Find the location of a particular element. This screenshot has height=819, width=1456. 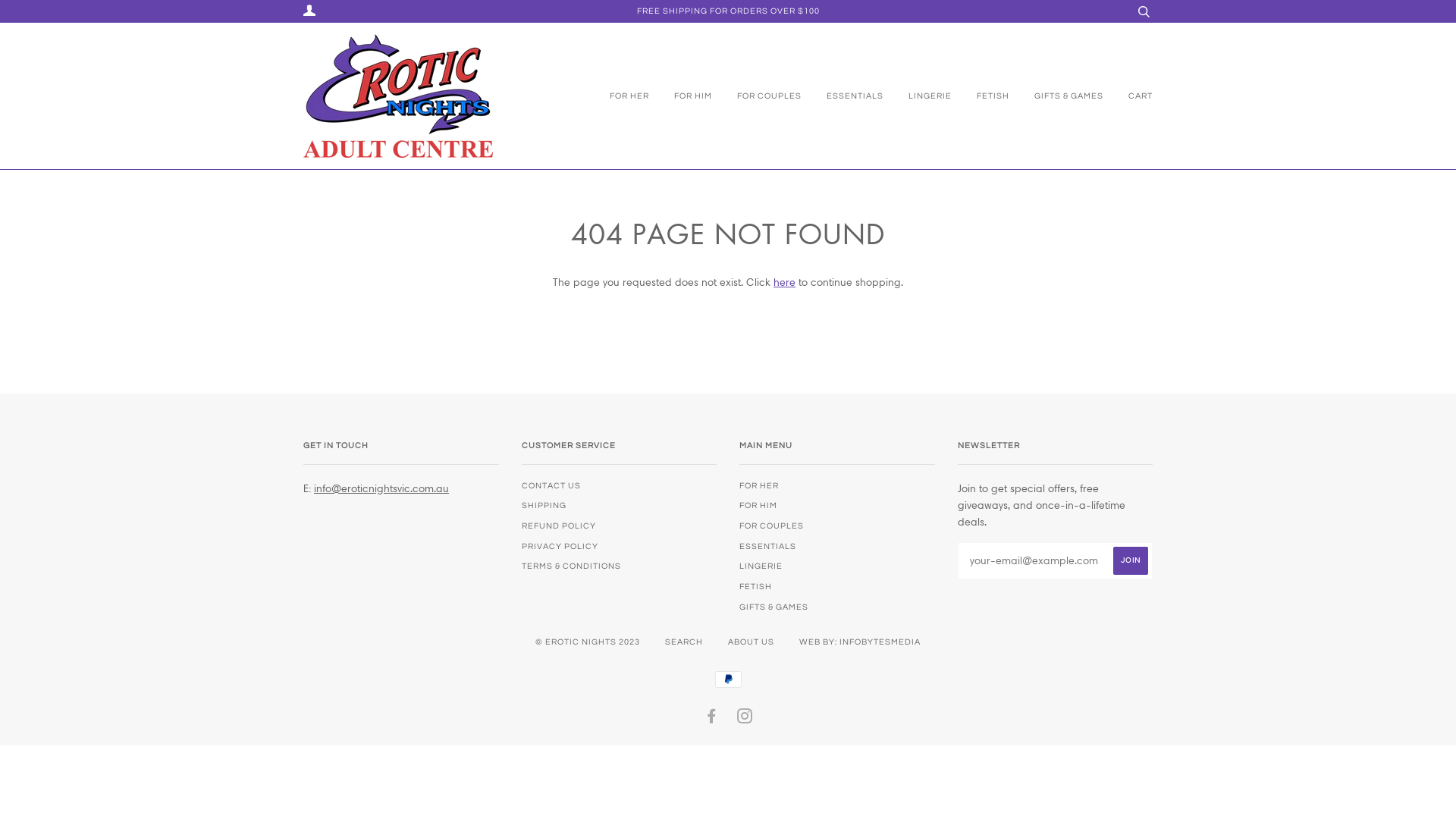

'TERMS & CONDITIONS' is located at coordinates (570, 566).